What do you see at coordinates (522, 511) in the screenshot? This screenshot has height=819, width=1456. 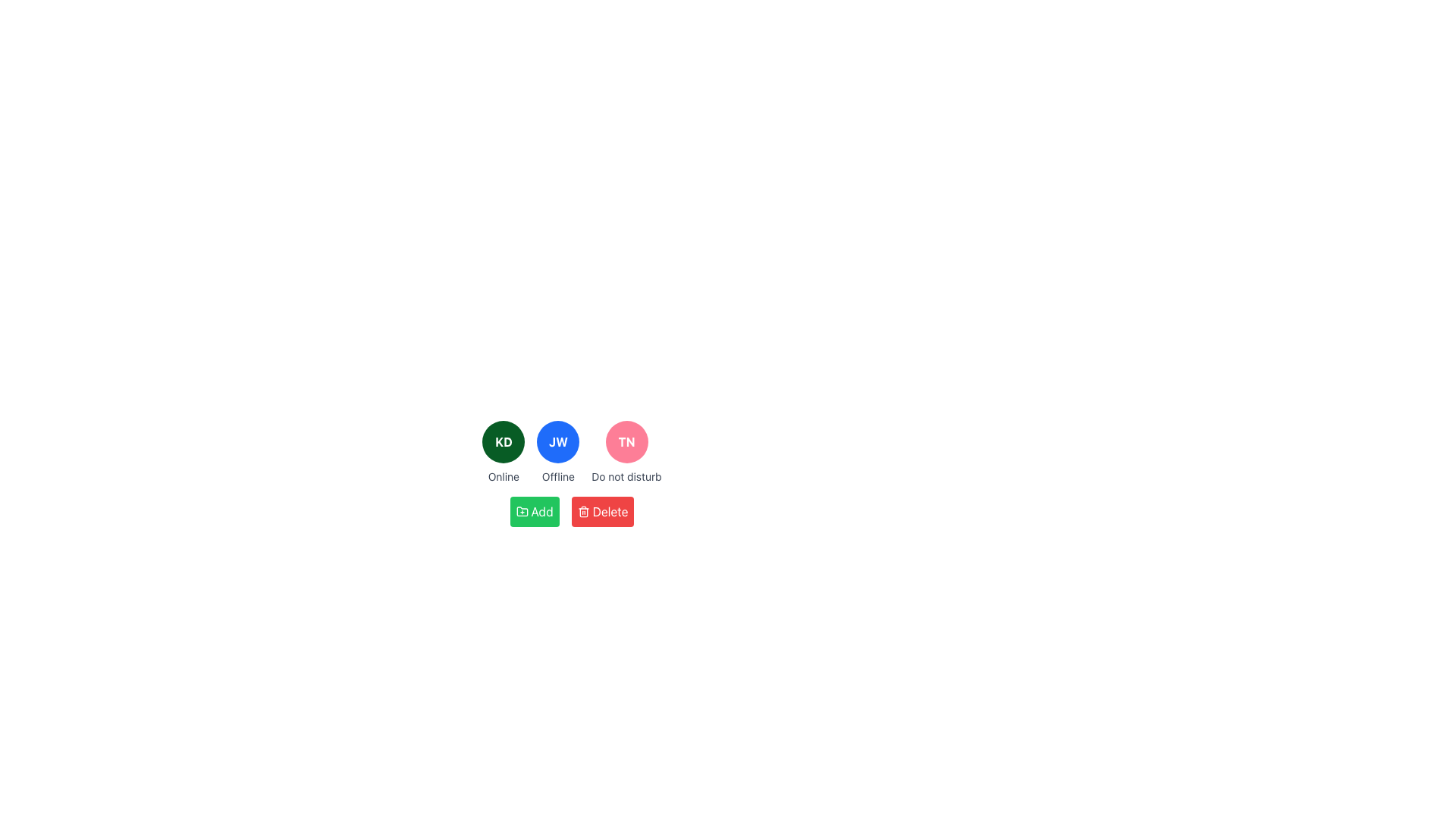 I see `the green folder icon with a plus symbol, located to the left of the 'Add' button in the middle section of the interface` at bounding box center [522, 511].